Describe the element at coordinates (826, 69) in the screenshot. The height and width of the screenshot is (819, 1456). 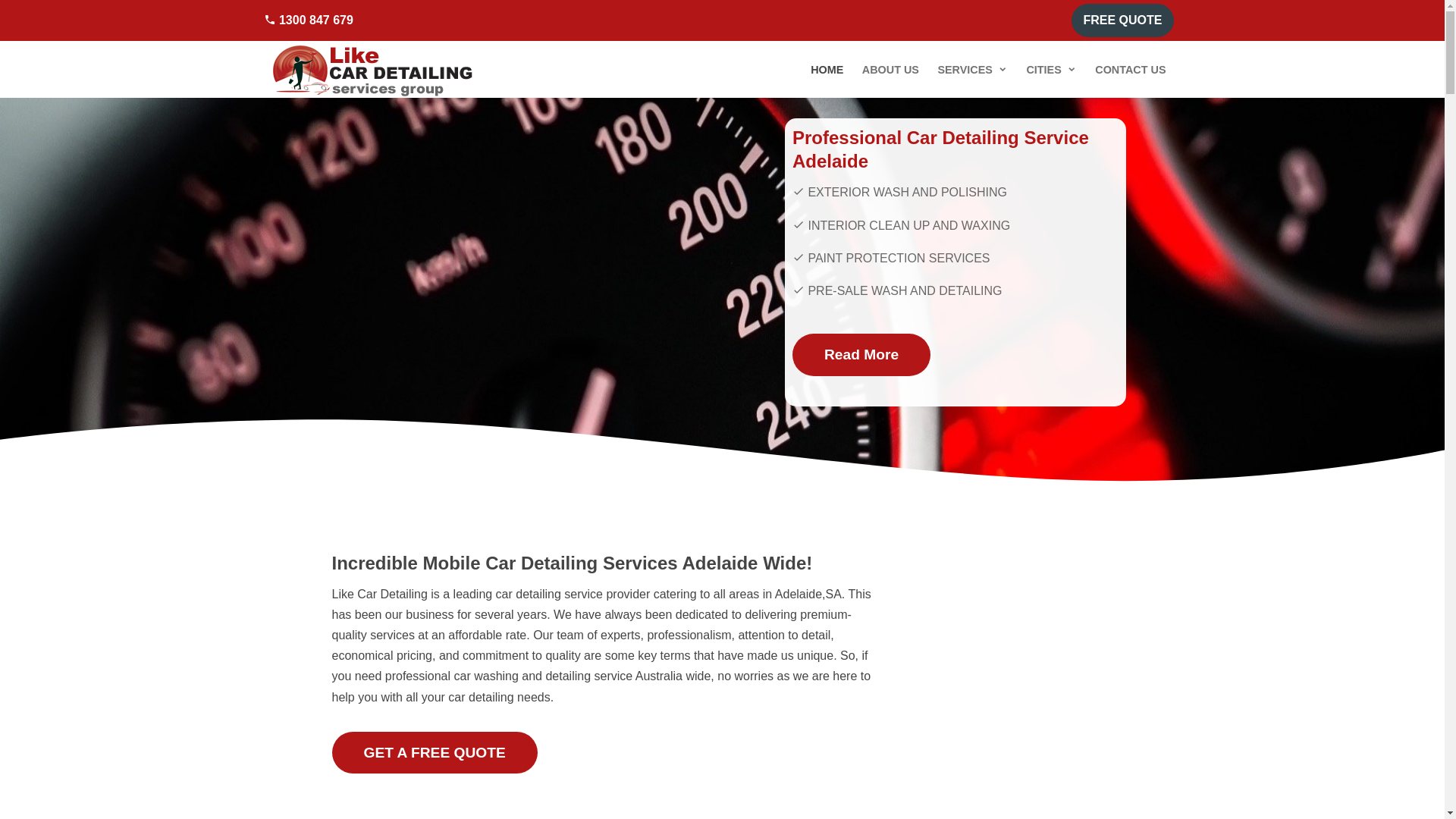
I see `'HOME'` at that location.